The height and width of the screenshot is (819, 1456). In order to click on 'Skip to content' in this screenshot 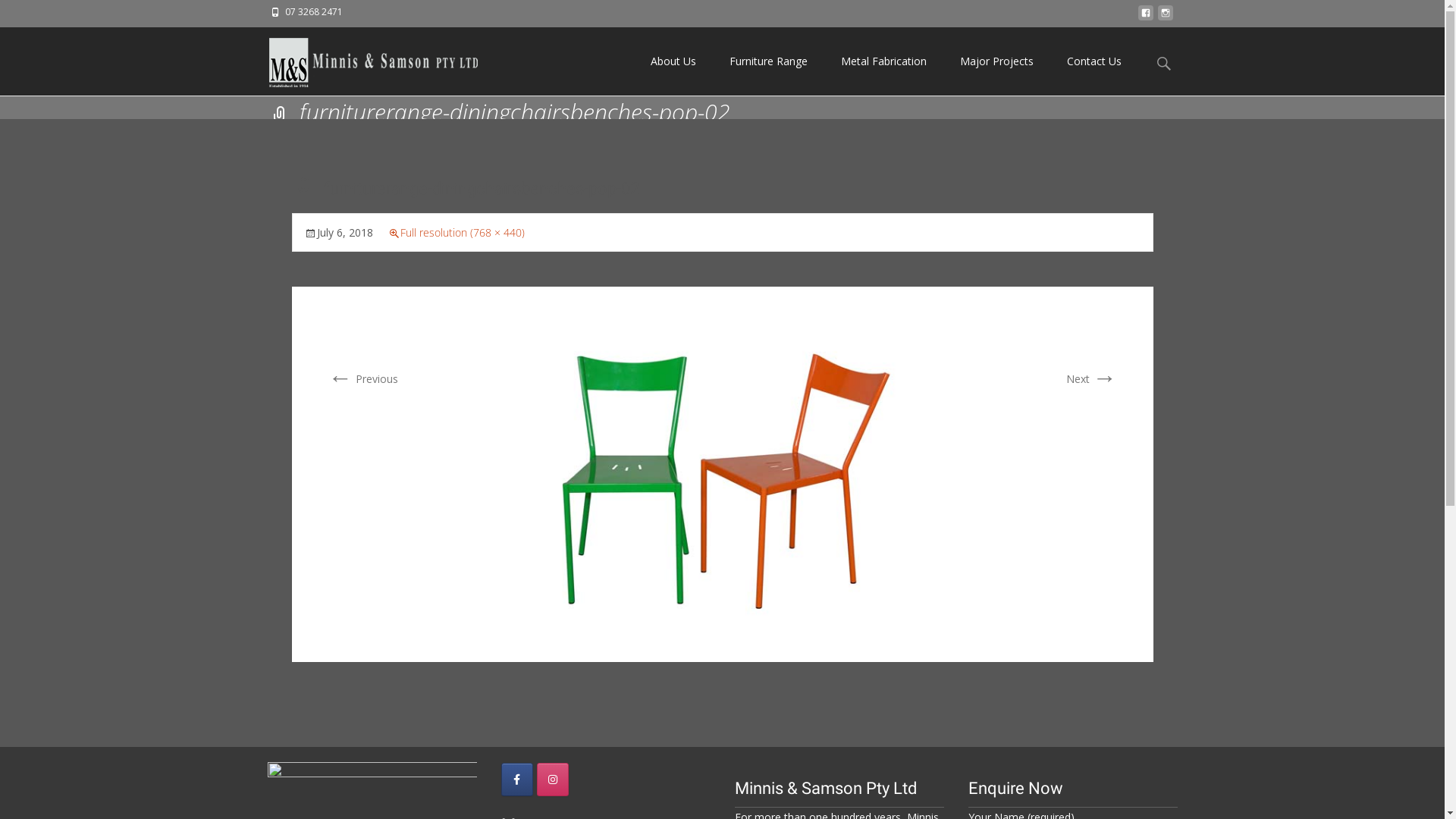, I will do `click(633, 27)`.